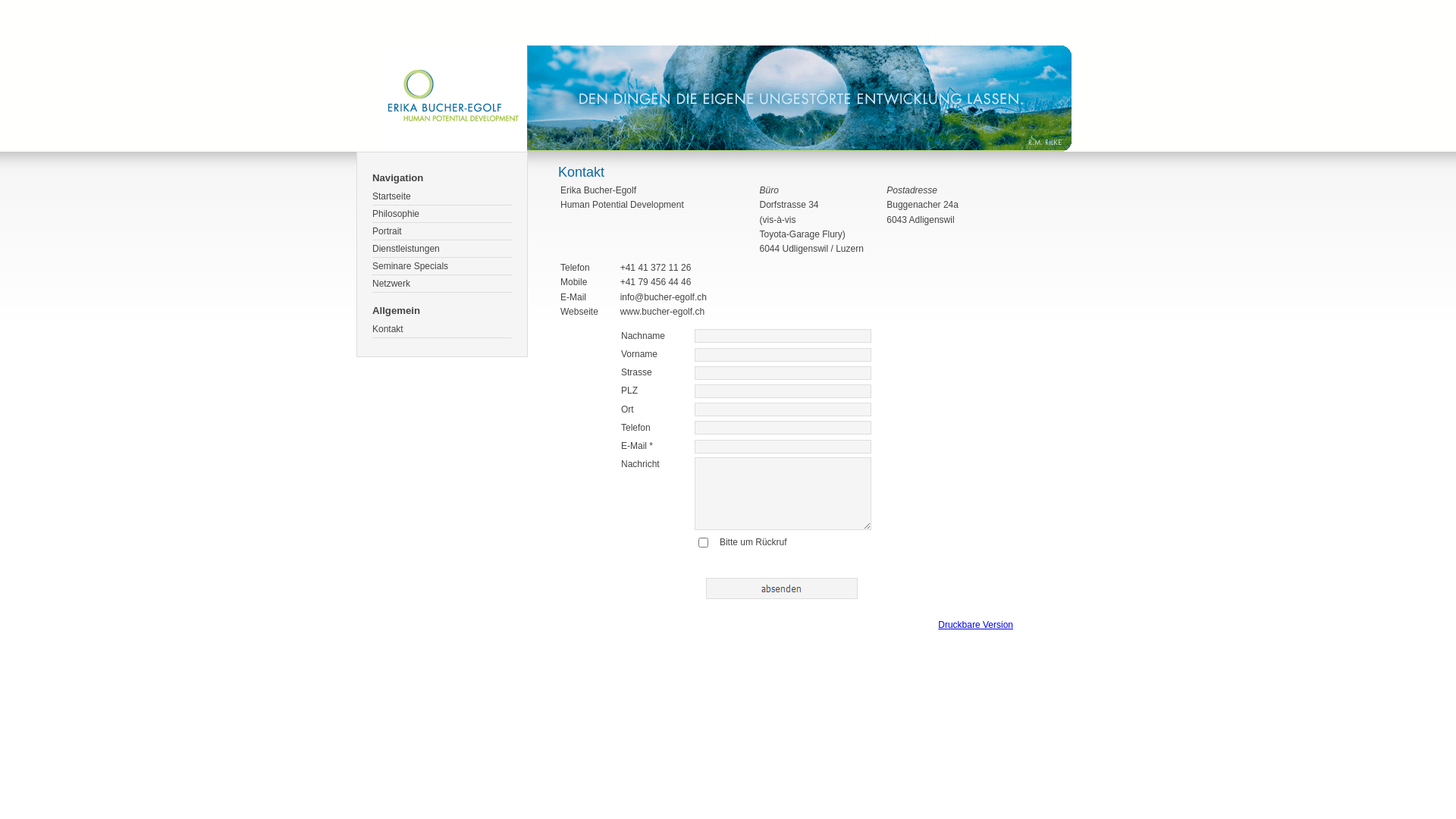  Describe the element at coordinates (975, 625) in the screenshot. I see `'Druckbare Version'` at that location.